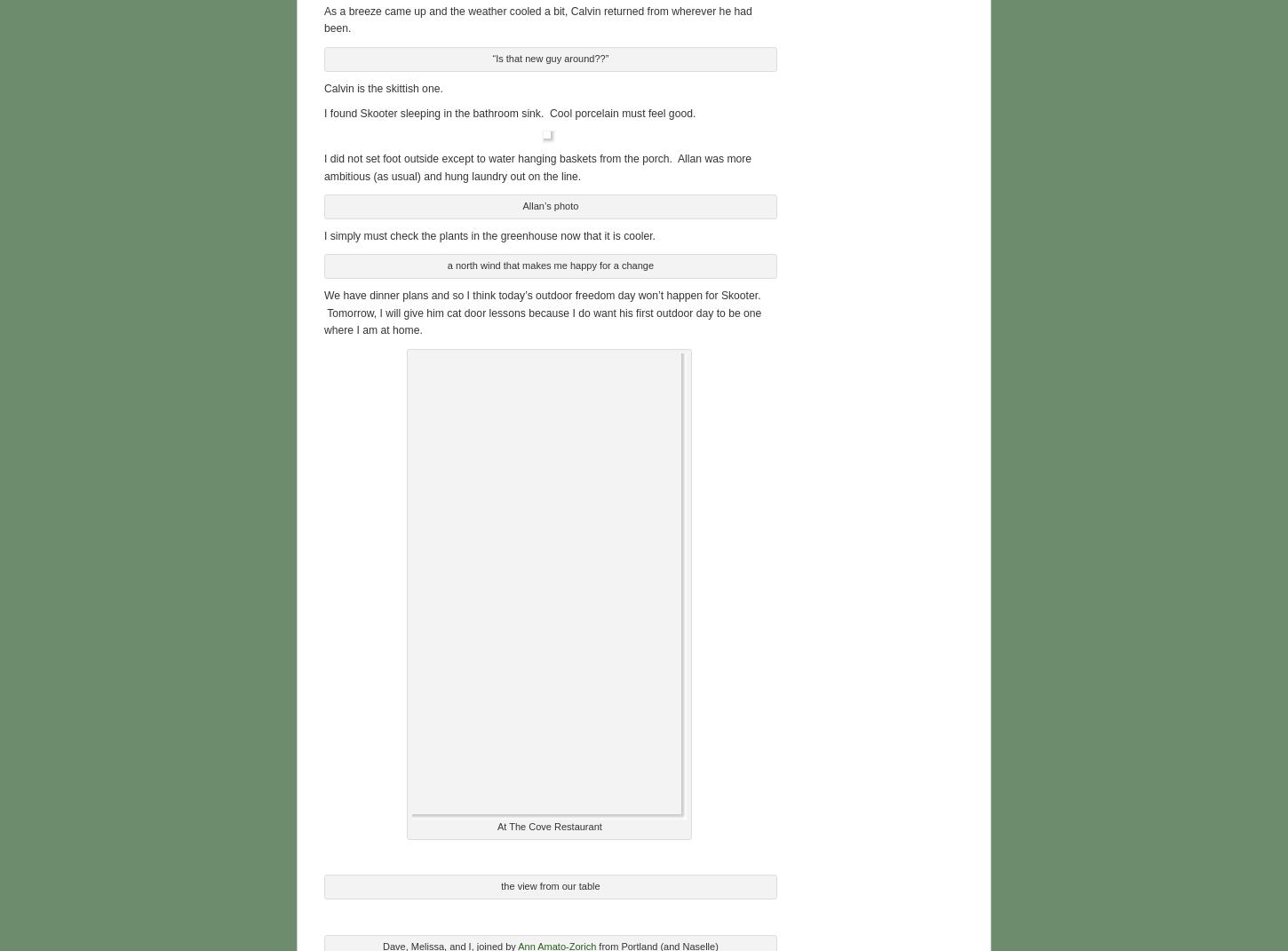  What do you see at coordinates (489, 234) in the screenshot?
I see `'I simply must check the plants in the greenhouse now that it is cooler.'` at bounding box center [489, 234].